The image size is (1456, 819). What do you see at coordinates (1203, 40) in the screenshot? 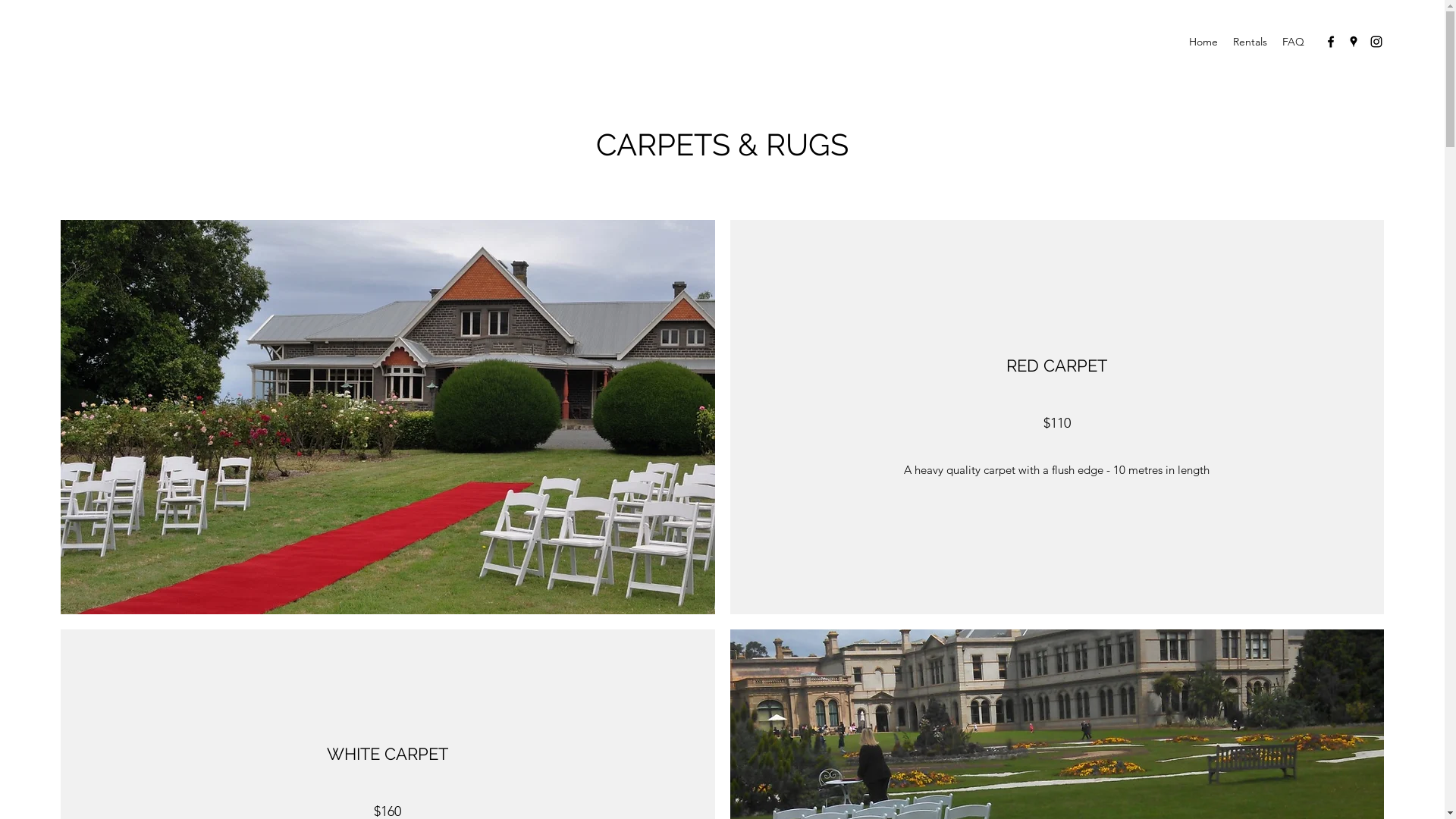
I see `'Home'` at bounding box center [1203, 40].